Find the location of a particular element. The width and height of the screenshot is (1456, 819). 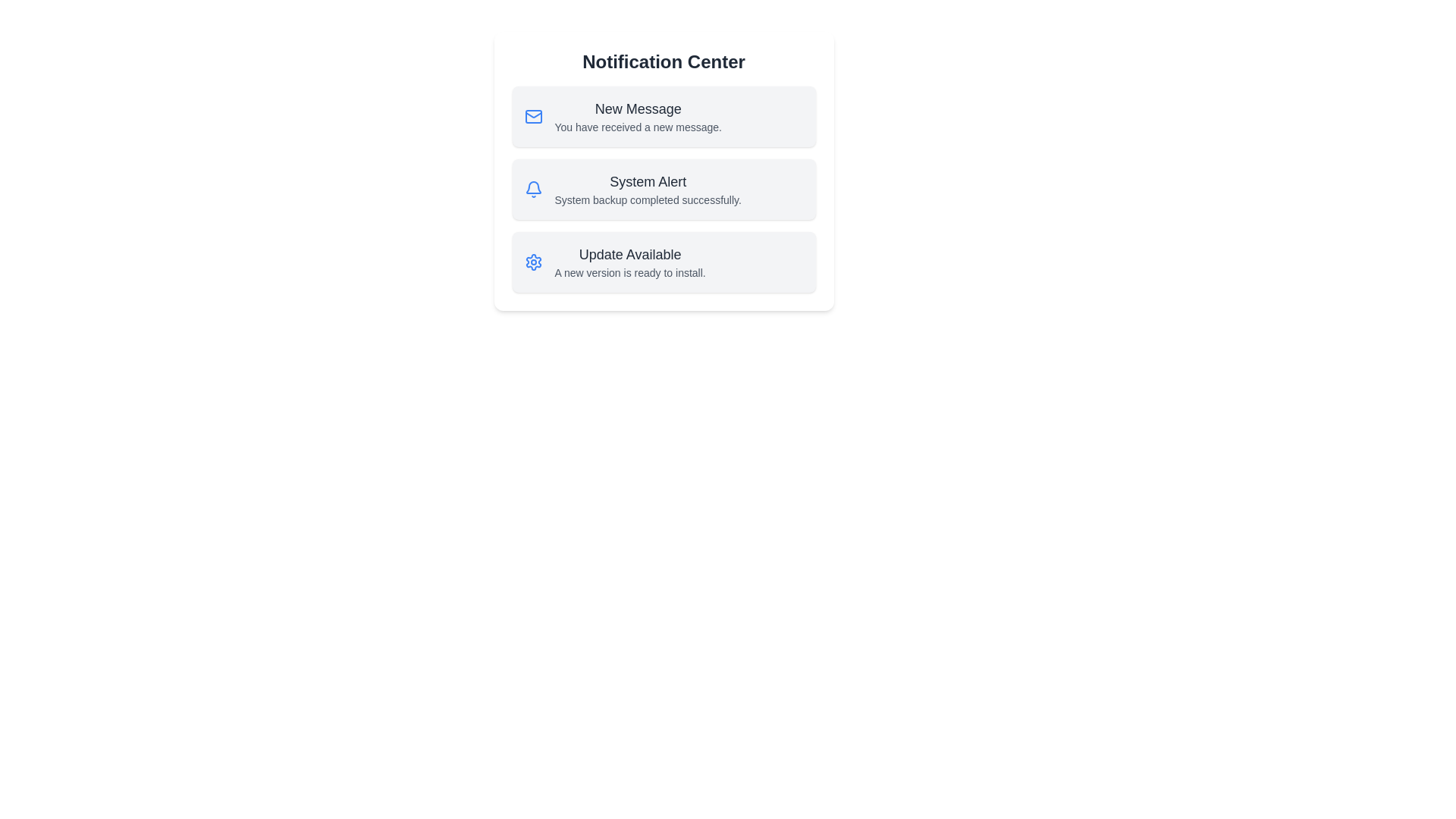

the second notification card in the Notification Center that provides information about a successful system backup is located at coordinates (664, 189).